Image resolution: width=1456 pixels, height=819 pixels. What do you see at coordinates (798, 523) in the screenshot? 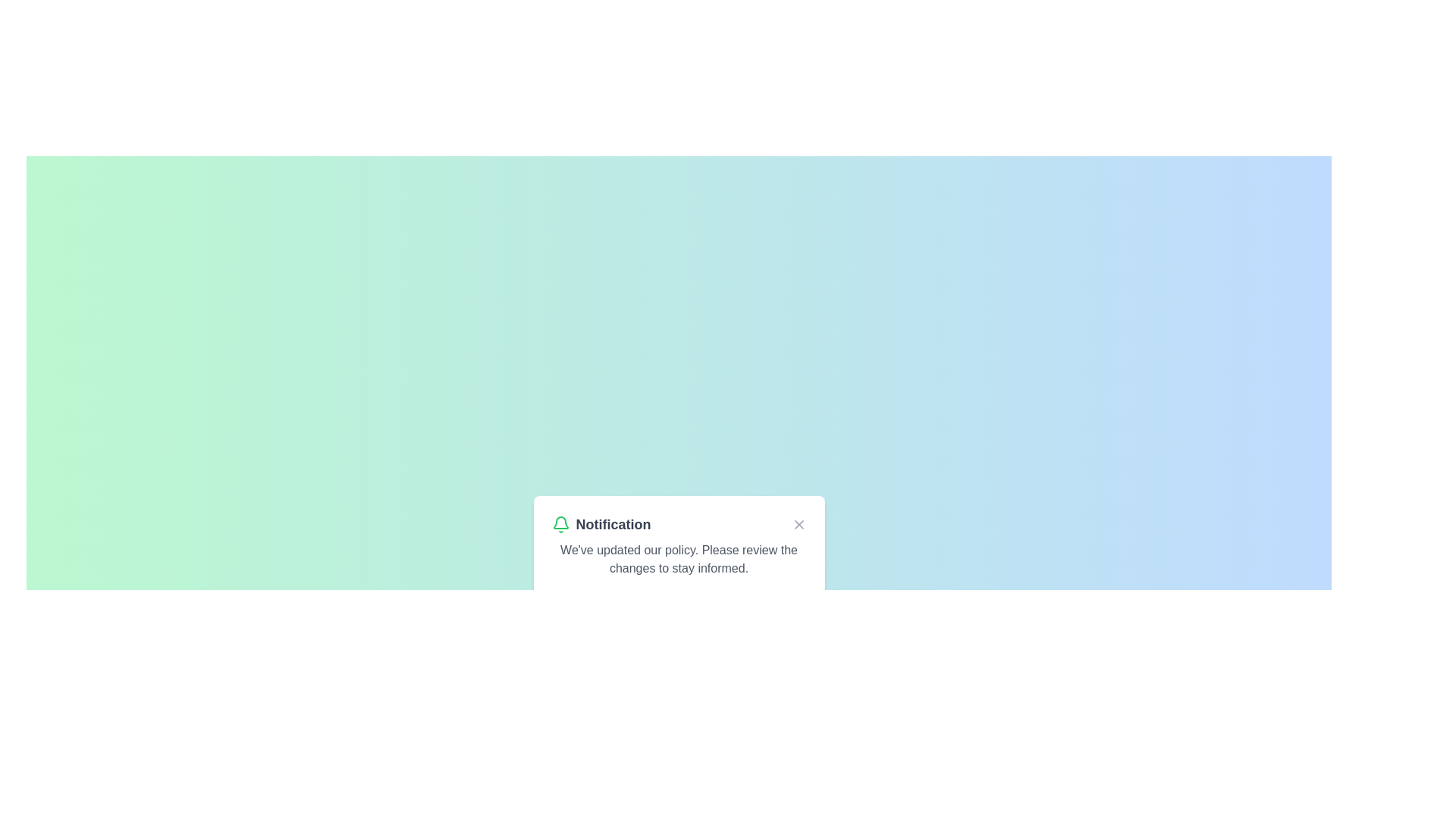
I see `the close button represented by a circular icon with a cross ('X') inside, located on the right end of the title bar inside the notification dialog adjacent to the title text 'Notification'` at bounding box center [798, 523].